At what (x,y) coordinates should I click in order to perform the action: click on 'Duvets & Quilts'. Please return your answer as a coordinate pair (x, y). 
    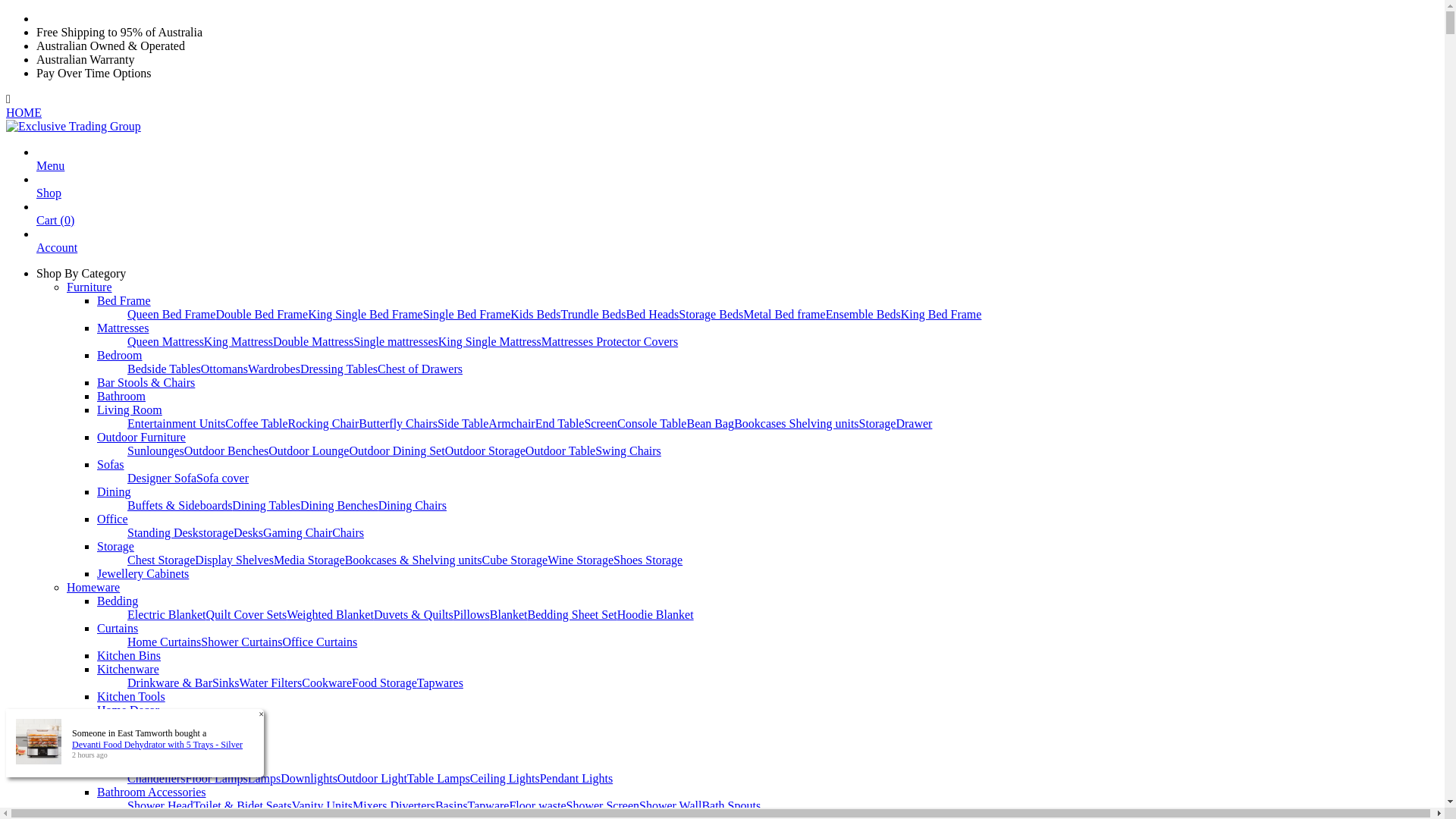
    Looking at the image, I should click on (413, 614).